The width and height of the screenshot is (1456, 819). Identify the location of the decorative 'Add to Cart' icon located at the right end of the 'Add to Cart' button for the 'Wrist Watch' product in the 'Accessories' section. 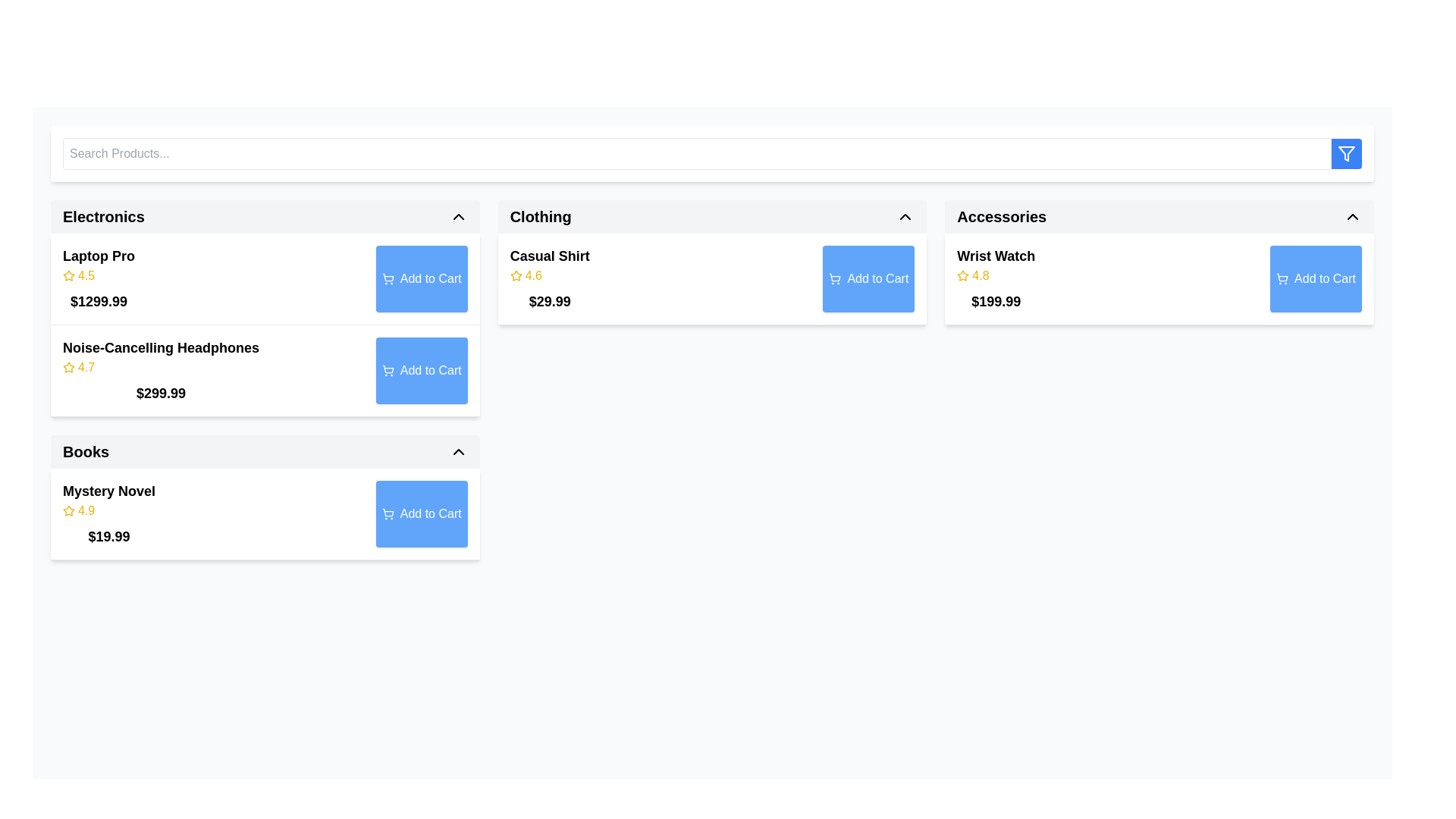
(1282, 278).